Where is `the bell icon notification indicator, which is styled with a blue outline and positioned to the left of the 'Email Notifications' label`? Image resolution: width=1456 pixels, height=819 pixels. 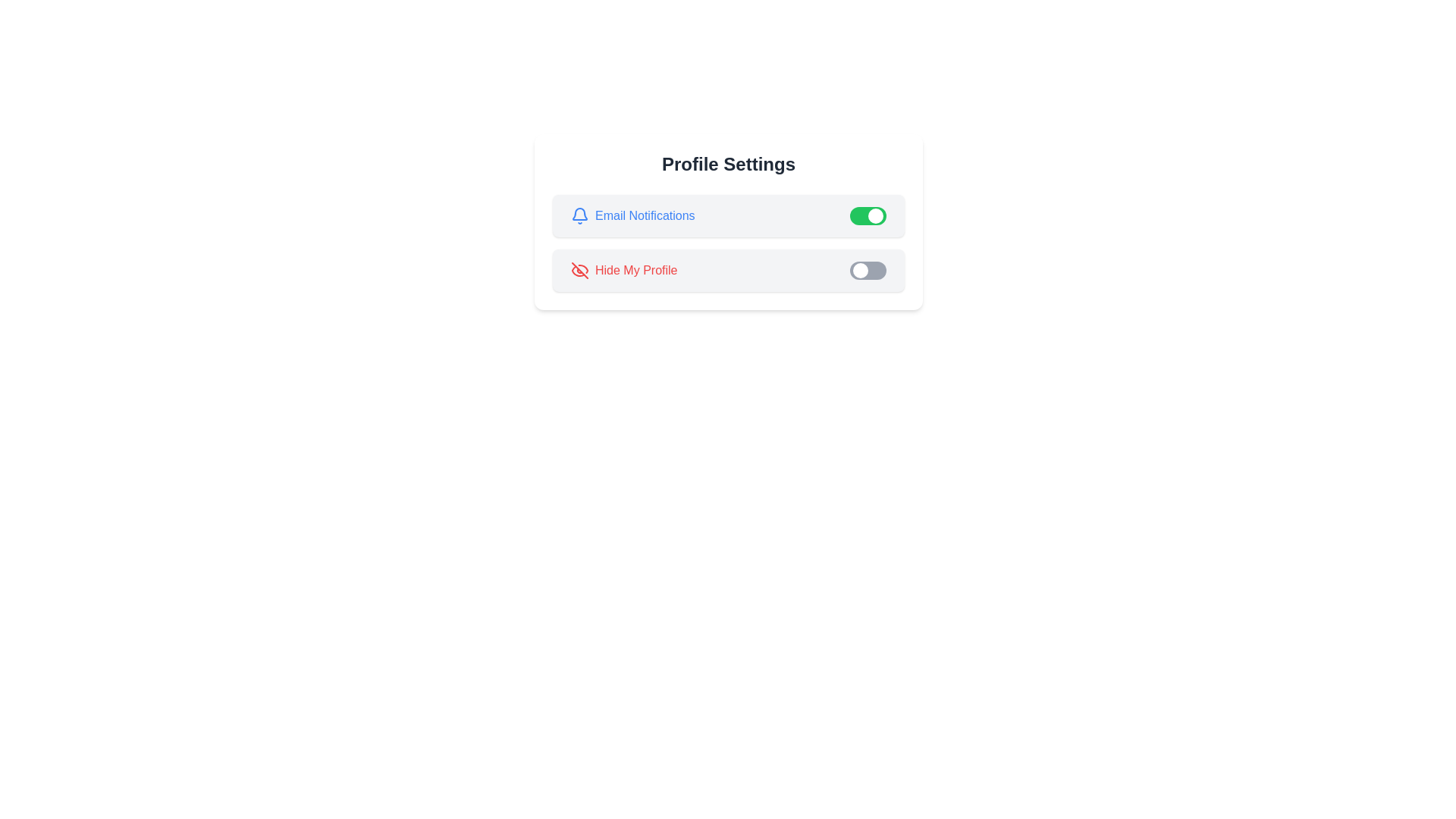 the bell icon notification indicator, which is styled with a blue outline and positioned to the left of the 'Email Notifications' label is located at coordinates (579, 216).